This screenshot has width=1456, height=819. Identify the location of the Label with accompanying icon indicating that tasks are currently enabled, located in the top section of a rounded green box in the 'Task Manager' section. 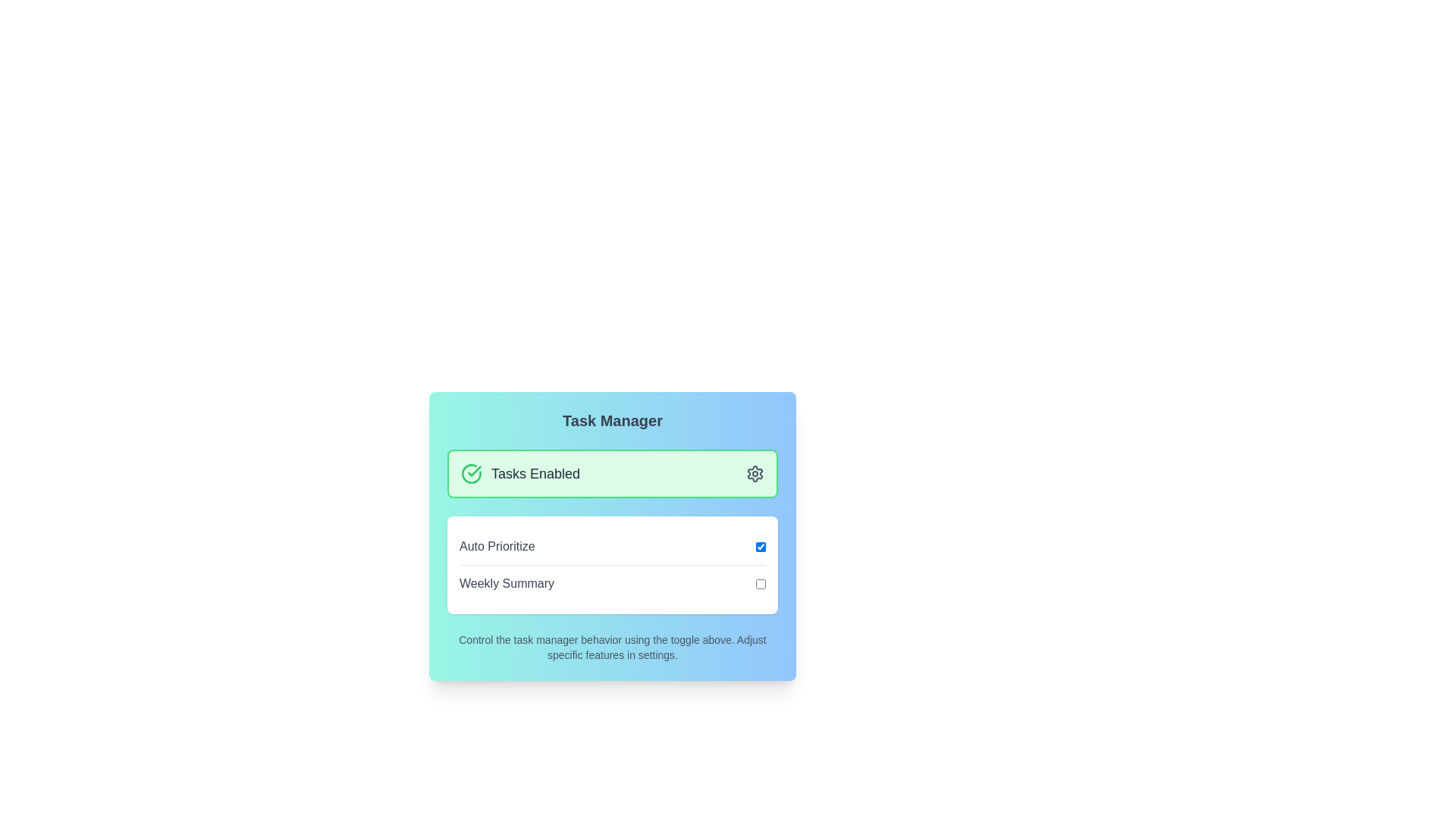
(520, 472).